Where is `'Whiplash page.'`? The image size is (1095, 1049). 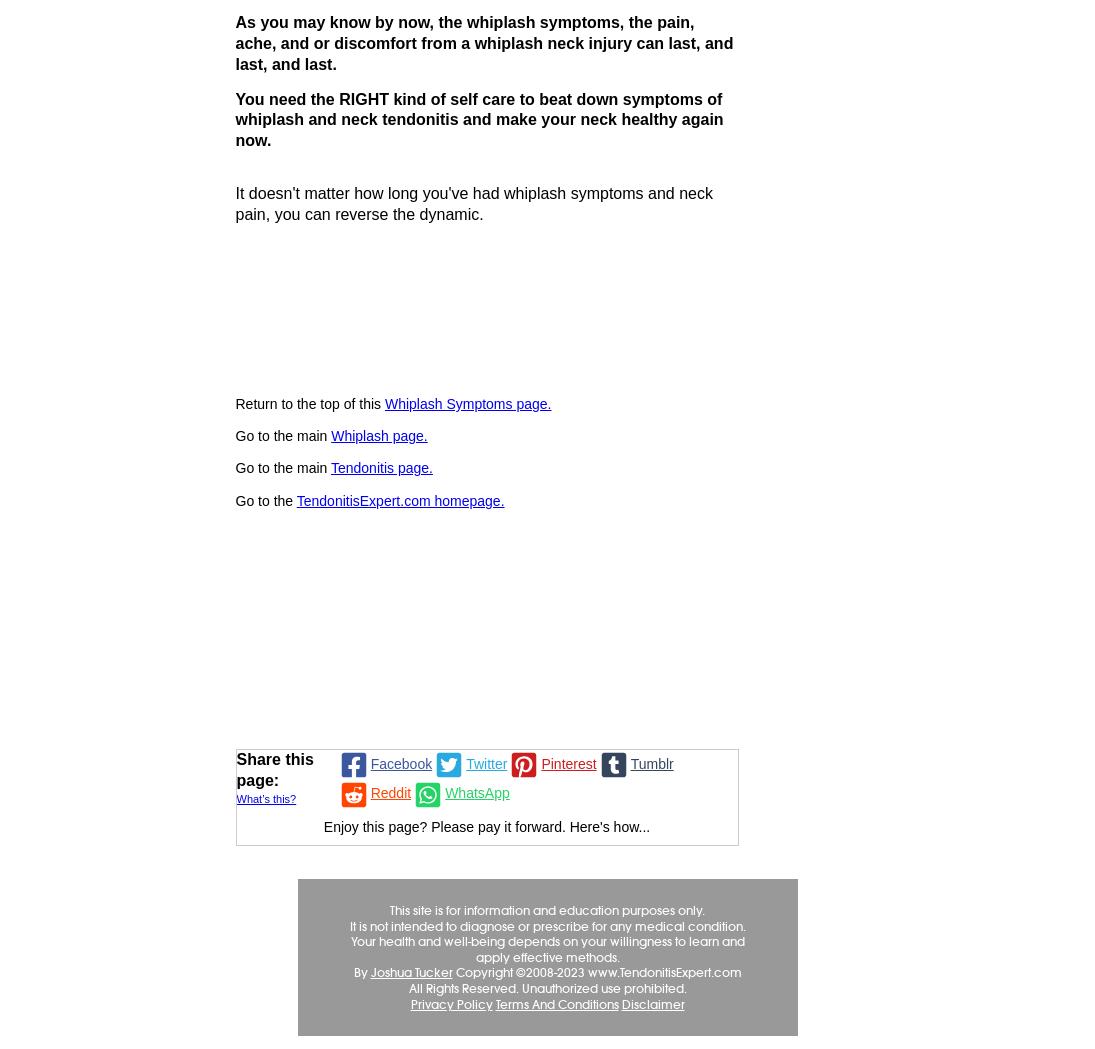
'Whiplash page.' is located at coordinates (331, 434).